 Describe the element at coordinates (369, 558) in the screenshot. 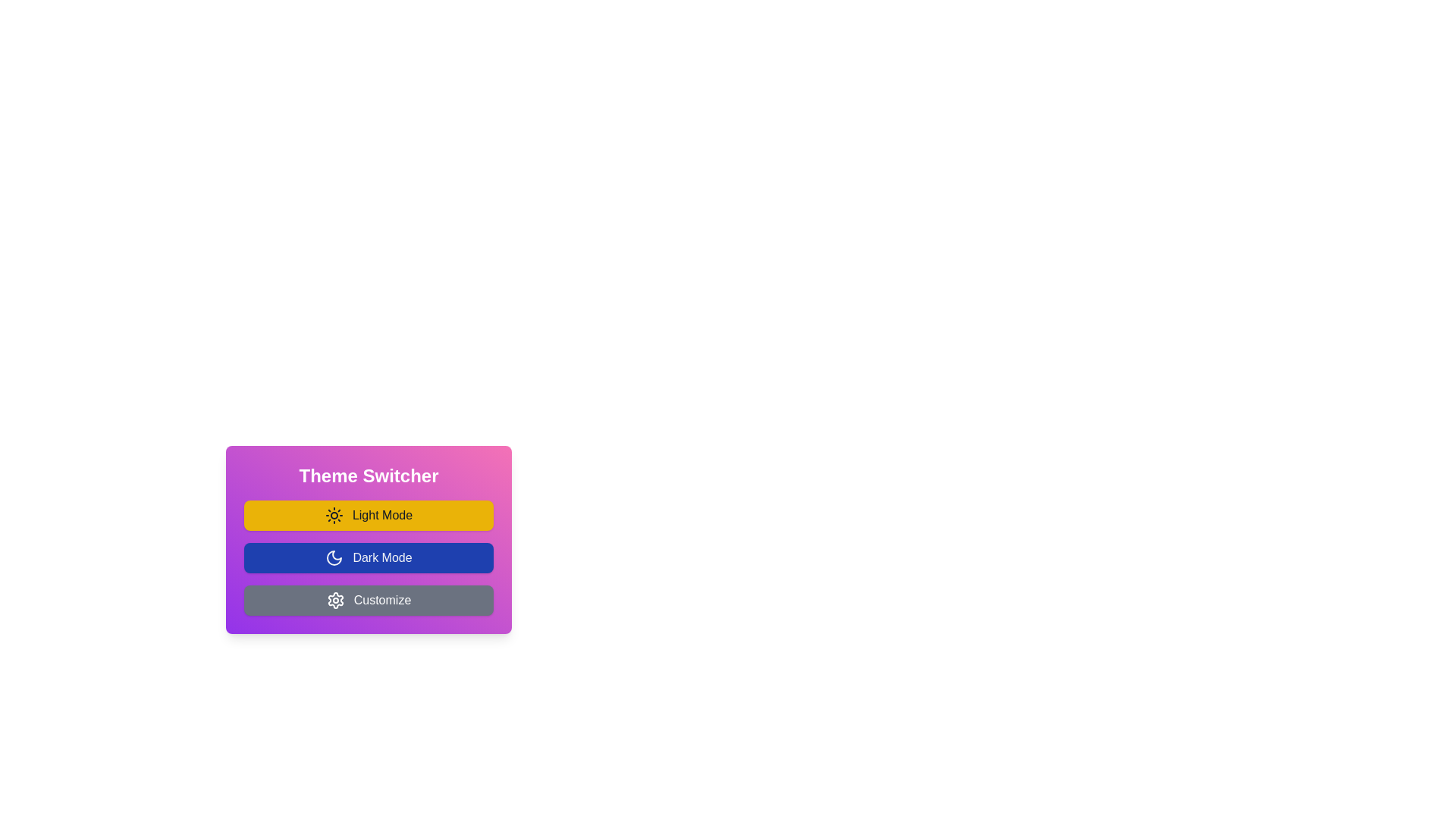

I see `the 'Dark Mode' button` at that location.